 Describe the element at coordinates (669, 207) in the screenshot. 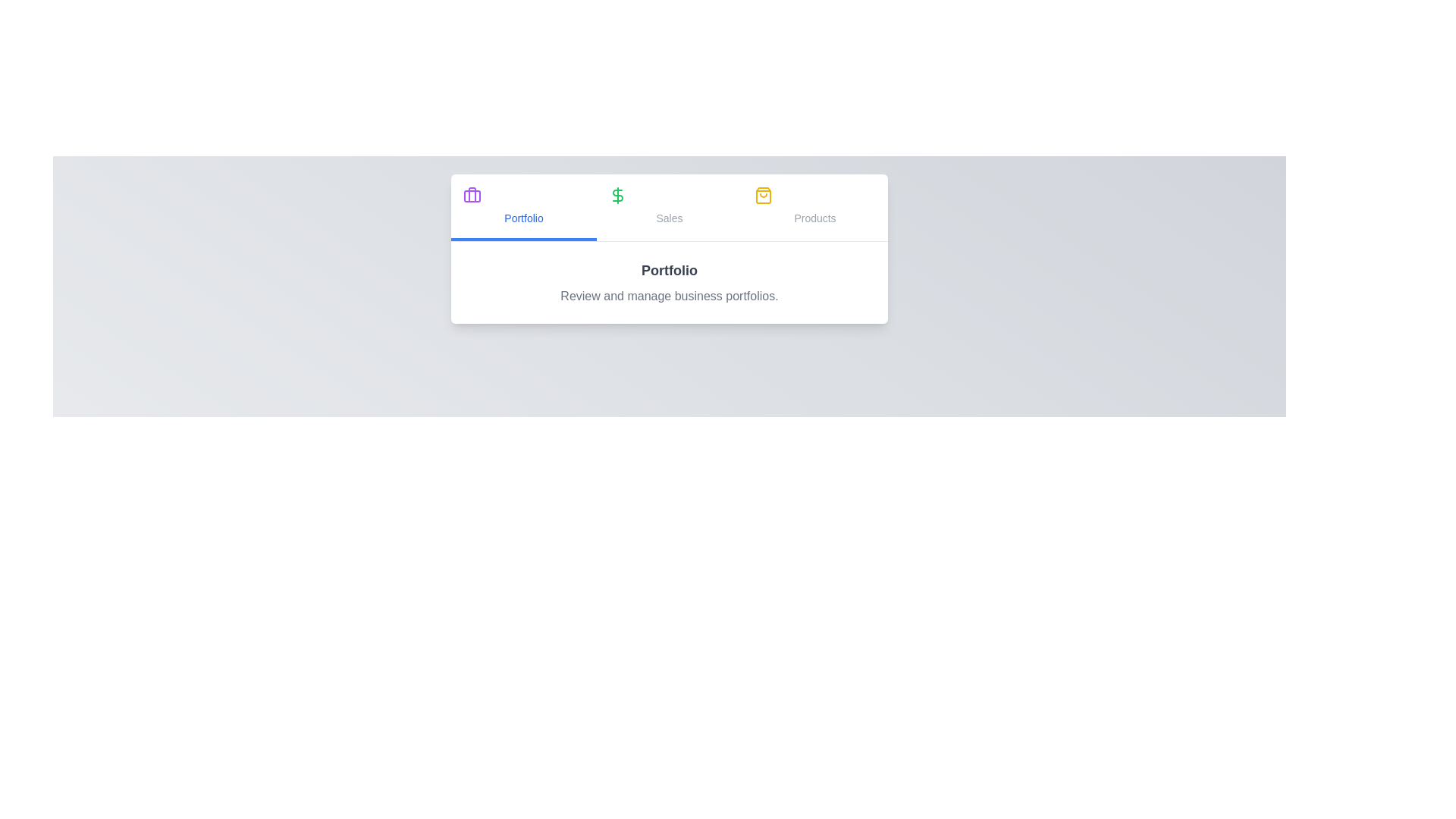

I see `the Sales tab` at that location.